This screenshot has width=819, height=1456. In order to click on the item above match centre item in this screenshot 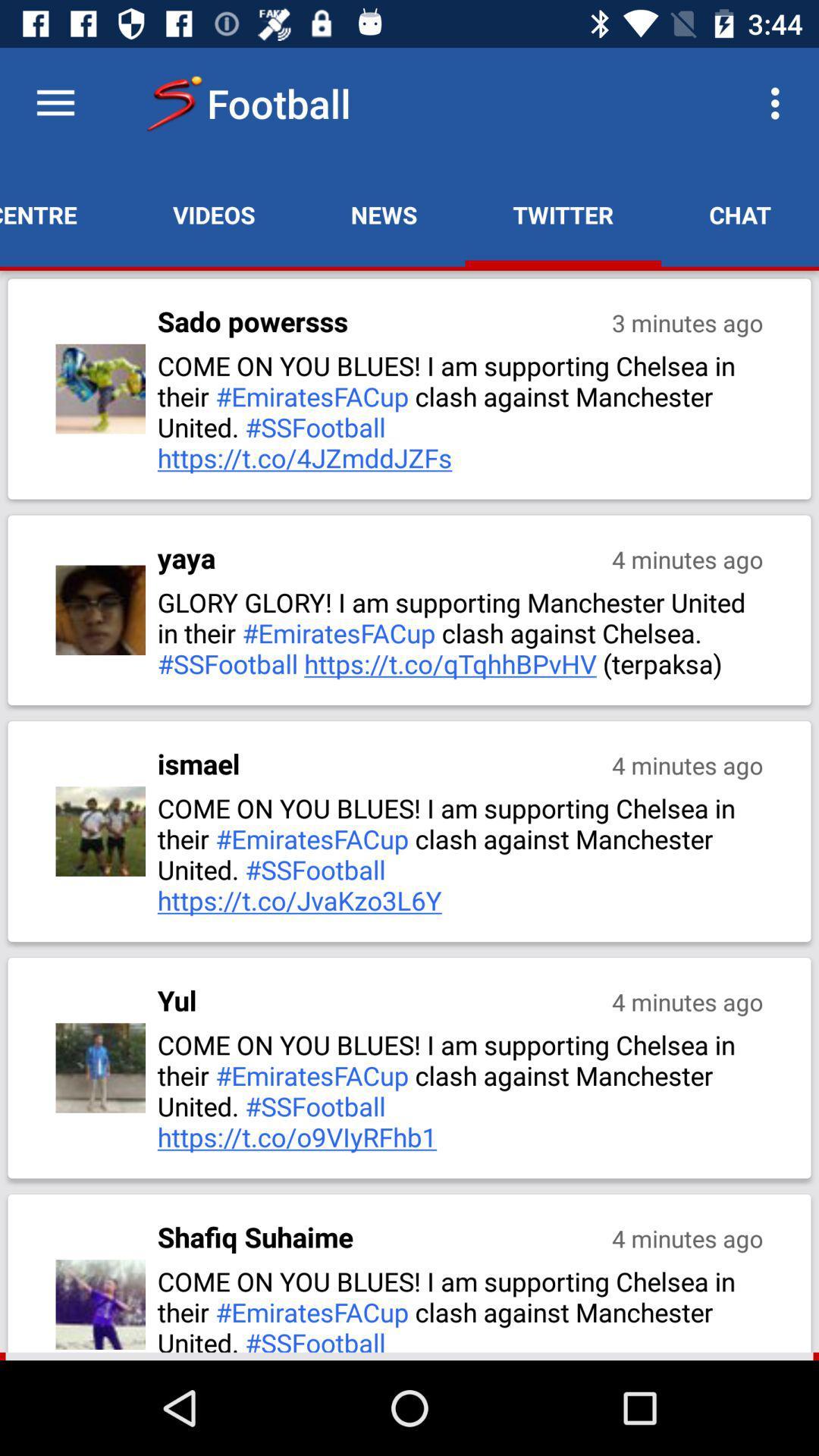, I will do `click(55, 102)`.